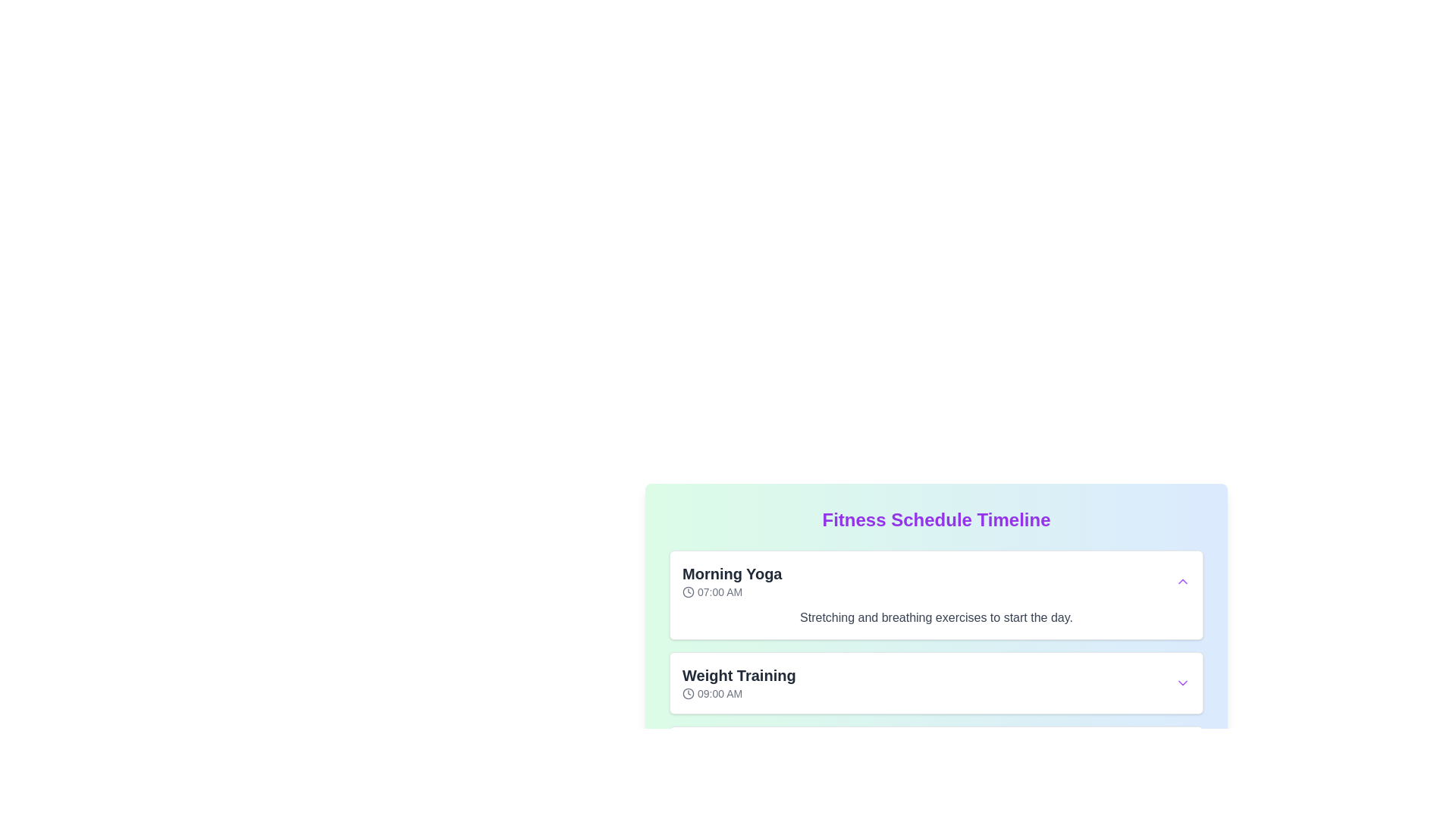 The height and width of the screenshot is (819, 1456). What do you see at coordinates (687, 591) in the screenshot?
I see `the clock icon located to the left of the time '07:00 AM' in the 'Fitness Schedule Timeline' panel` at bounding box center [687, 591].